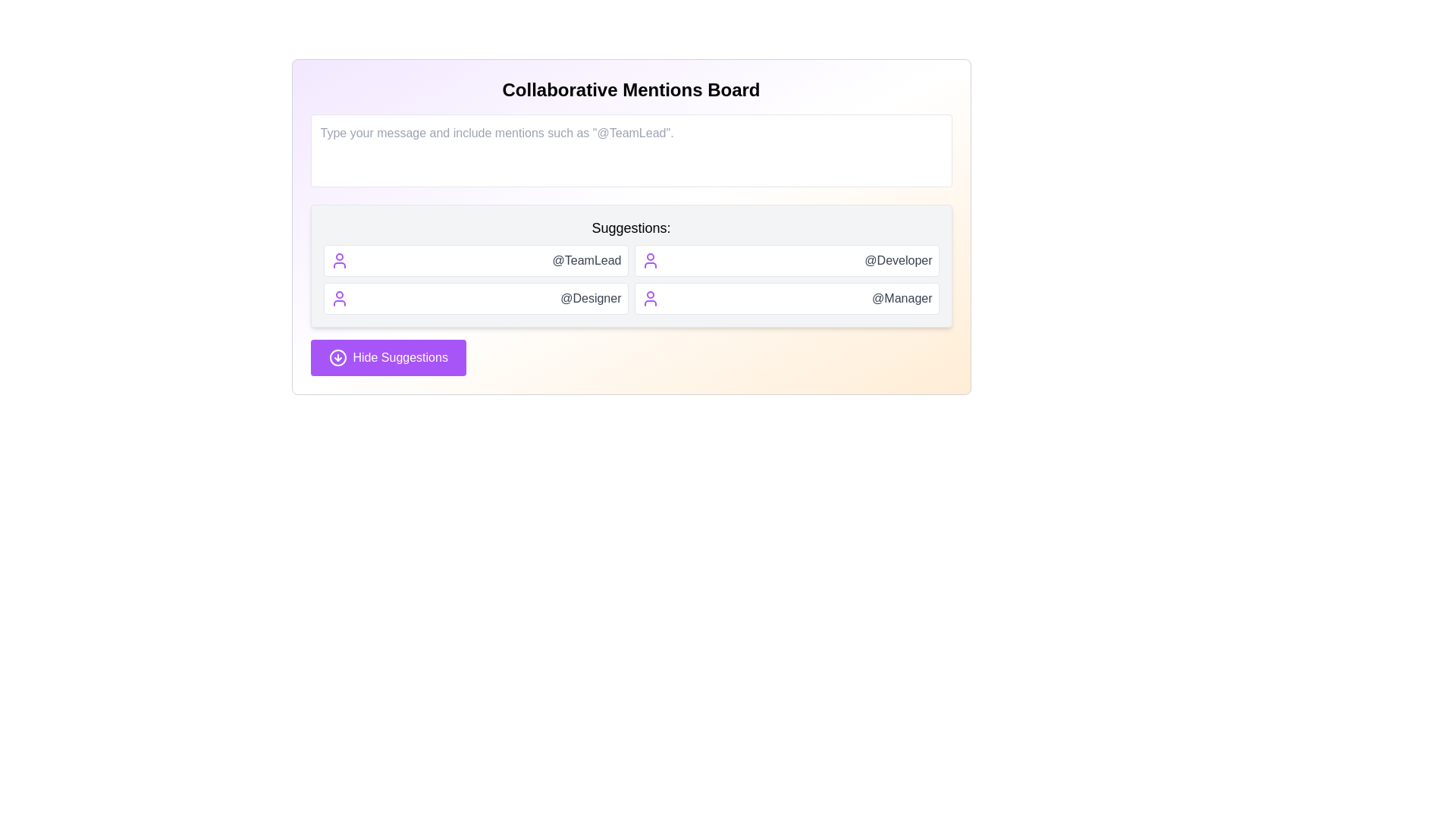 The width and height of the screenshot is (1456, 819). Describe the element at coordinates (786, 298) in the screenshot. I see `the selectable option in the suggestions list located in the second row and second column, which is the fourth option following '@Designer' horizontally and '@Developer' vertically` at that location.